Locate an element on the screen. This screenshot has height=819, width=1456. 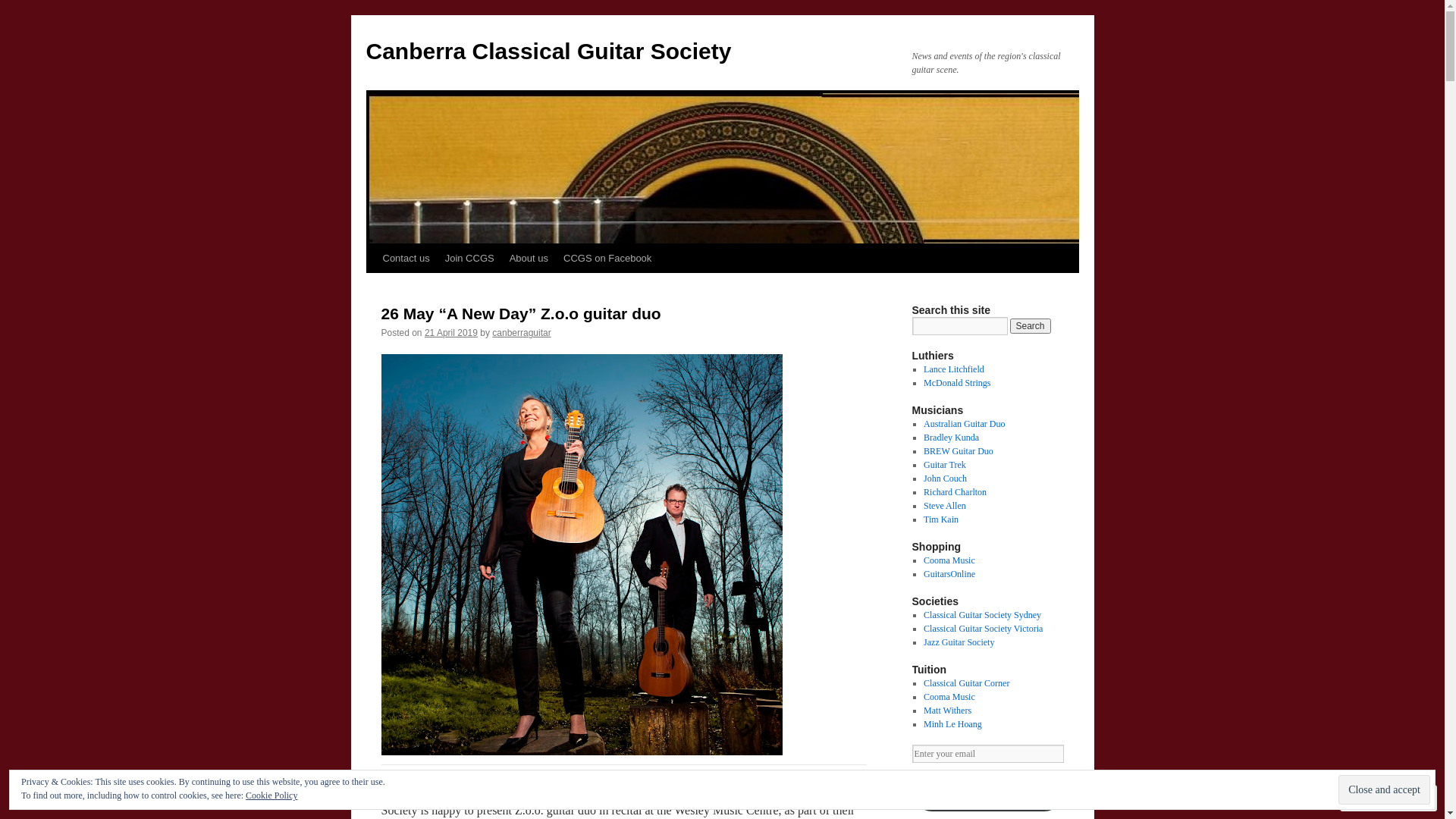
'canberraguitar' is located at coordinates (521, 332).